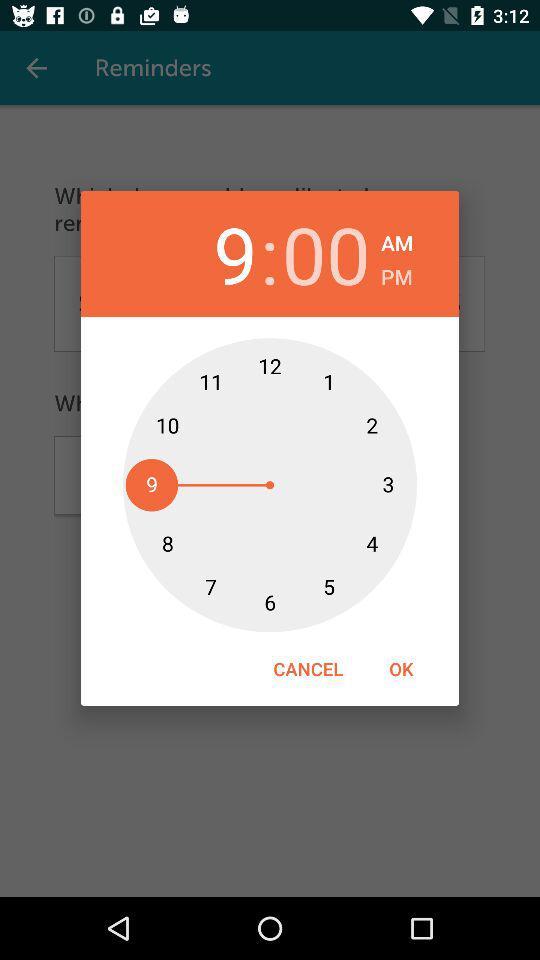 The width and height of the screenshot is (540, 960). I want to click on am icon, so click(397, 240).